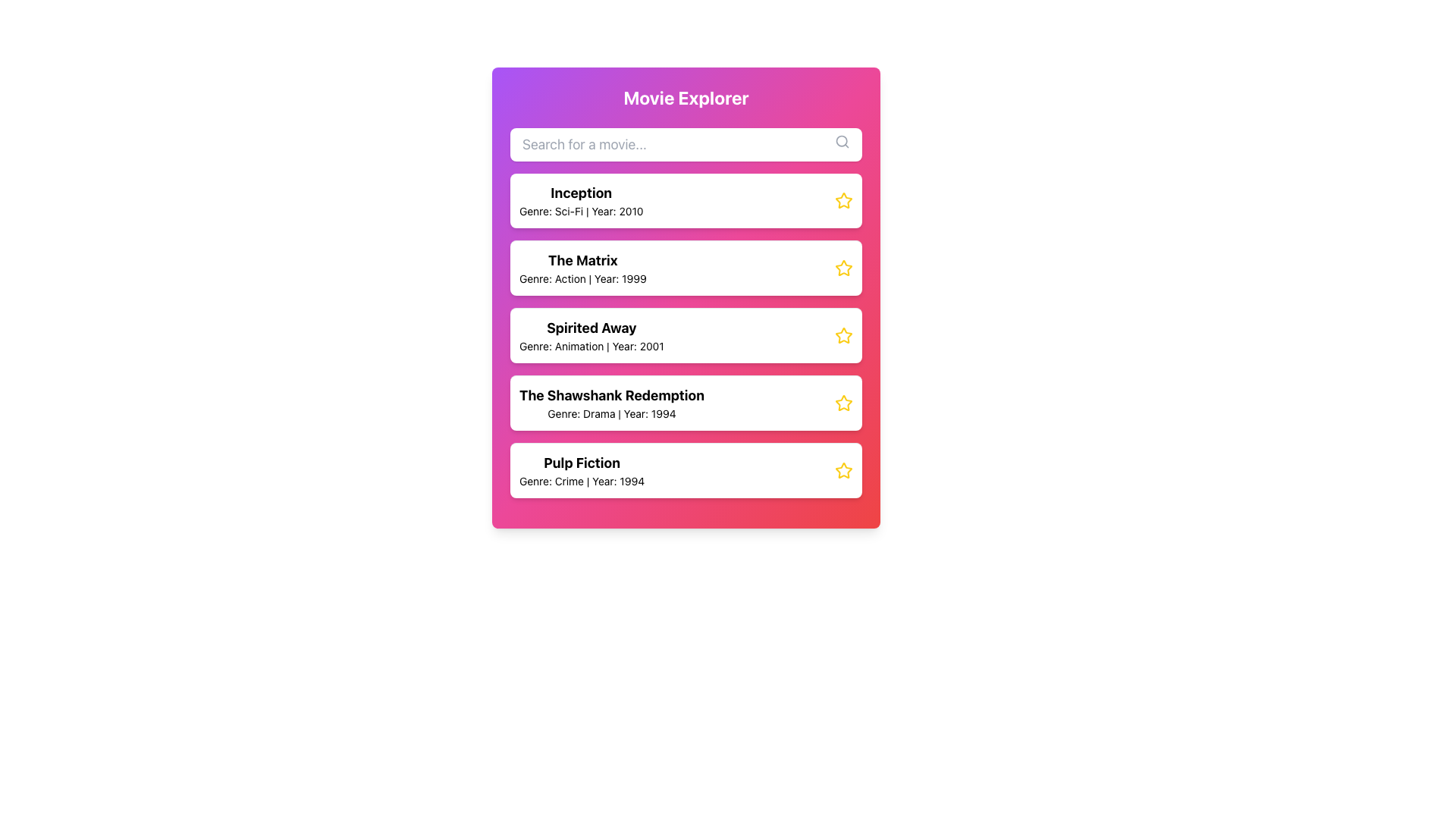  What do you see at coordinates (611, 394) in the screenshot?
I see `title text label of the movie located in the movie detail card, positioned above the subtitle containing the genre and year details` at bounding box center [611, 394].